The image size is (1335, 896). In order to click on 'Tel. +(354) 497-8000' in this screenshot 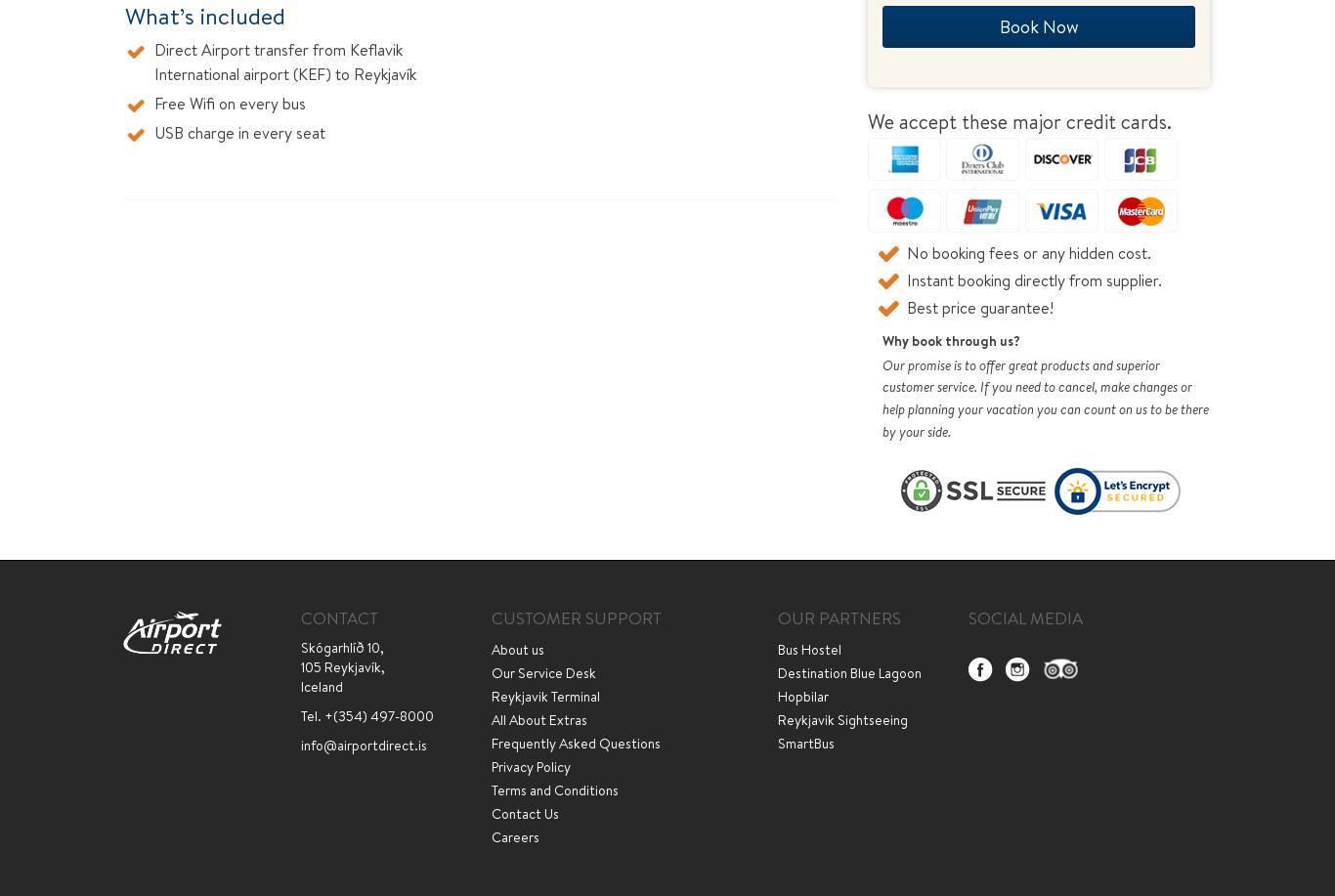, I will do `click(366, 714)`.